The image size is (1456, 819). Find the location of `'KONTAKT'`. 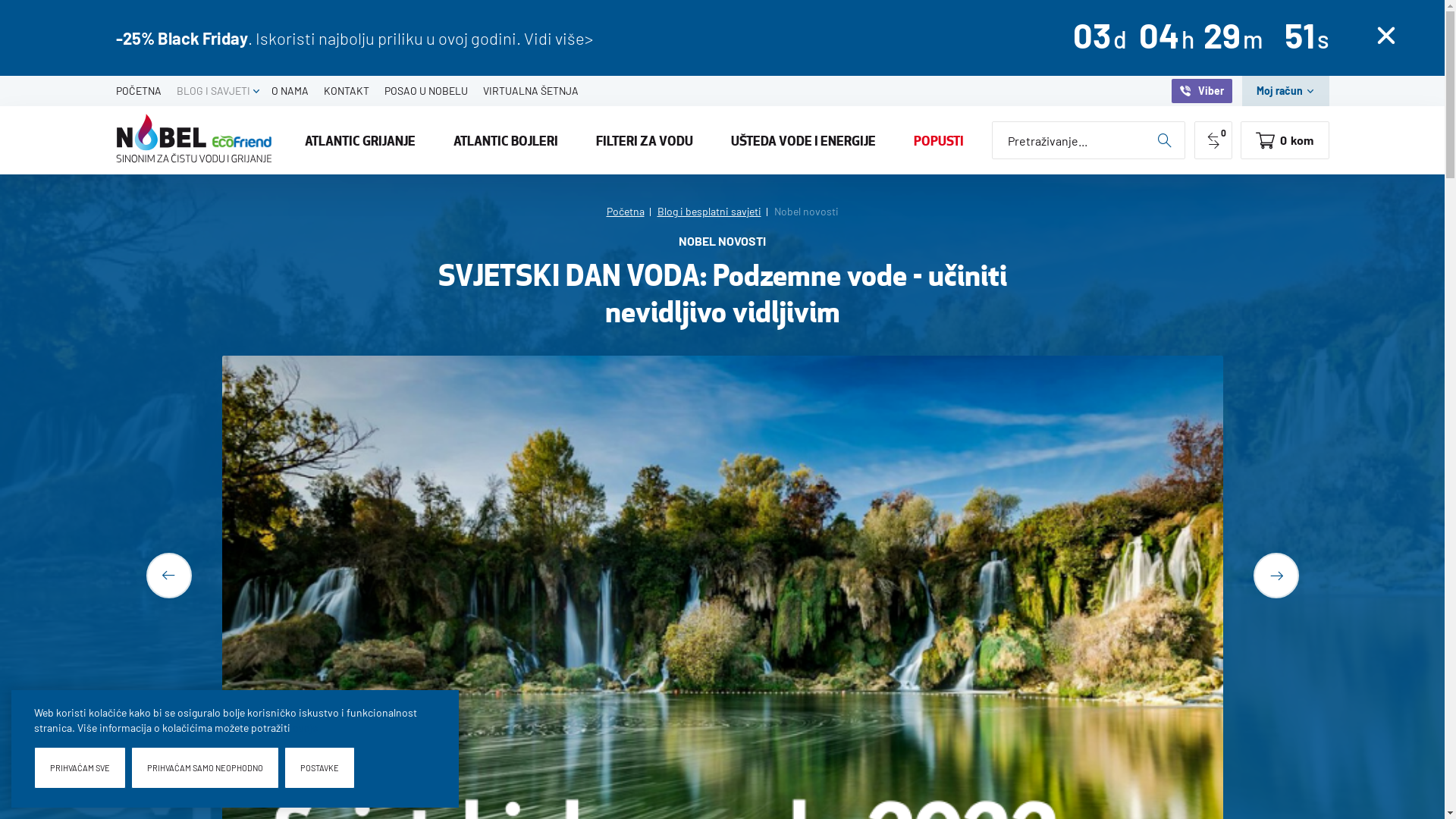

'KONTAKT' is located at coordinates (315, 90).